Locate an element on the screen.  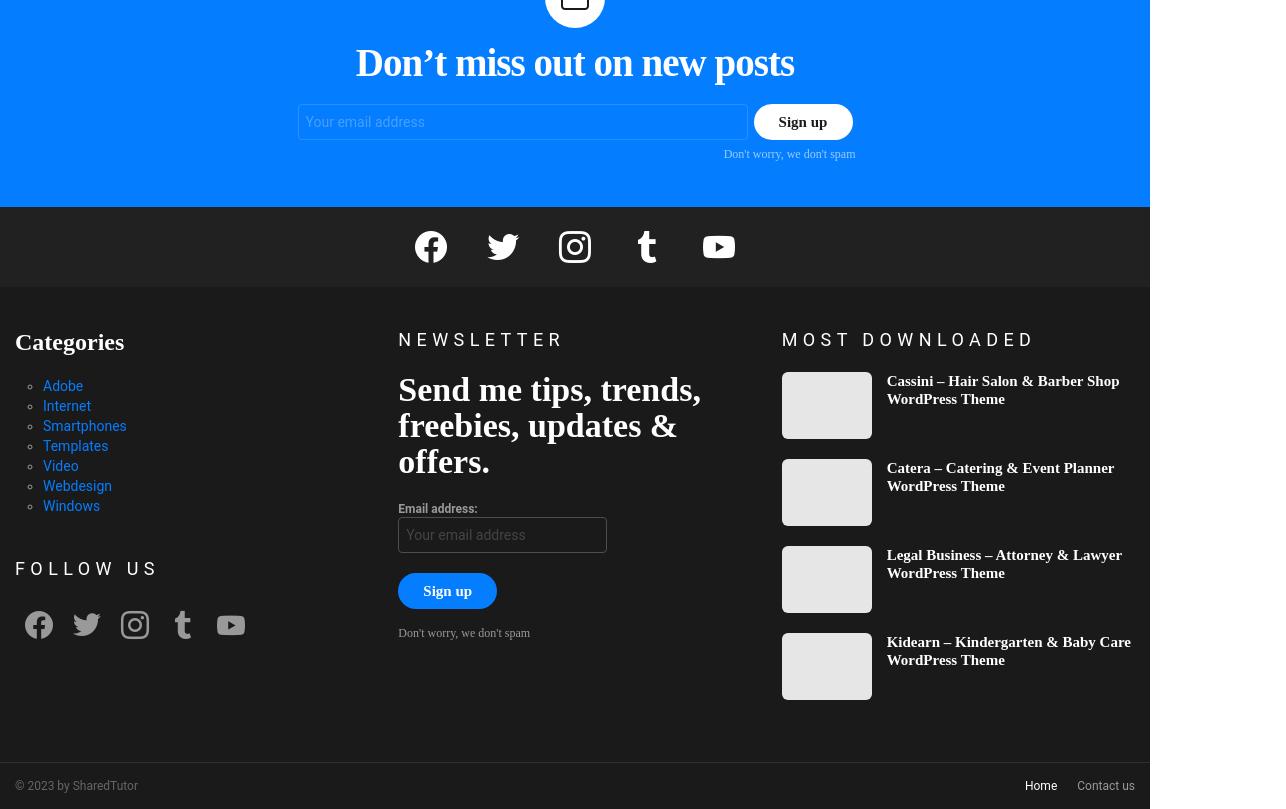
'Catera – Catering & Event Planner WordPress Theme' is located at coordinates (886, 475).